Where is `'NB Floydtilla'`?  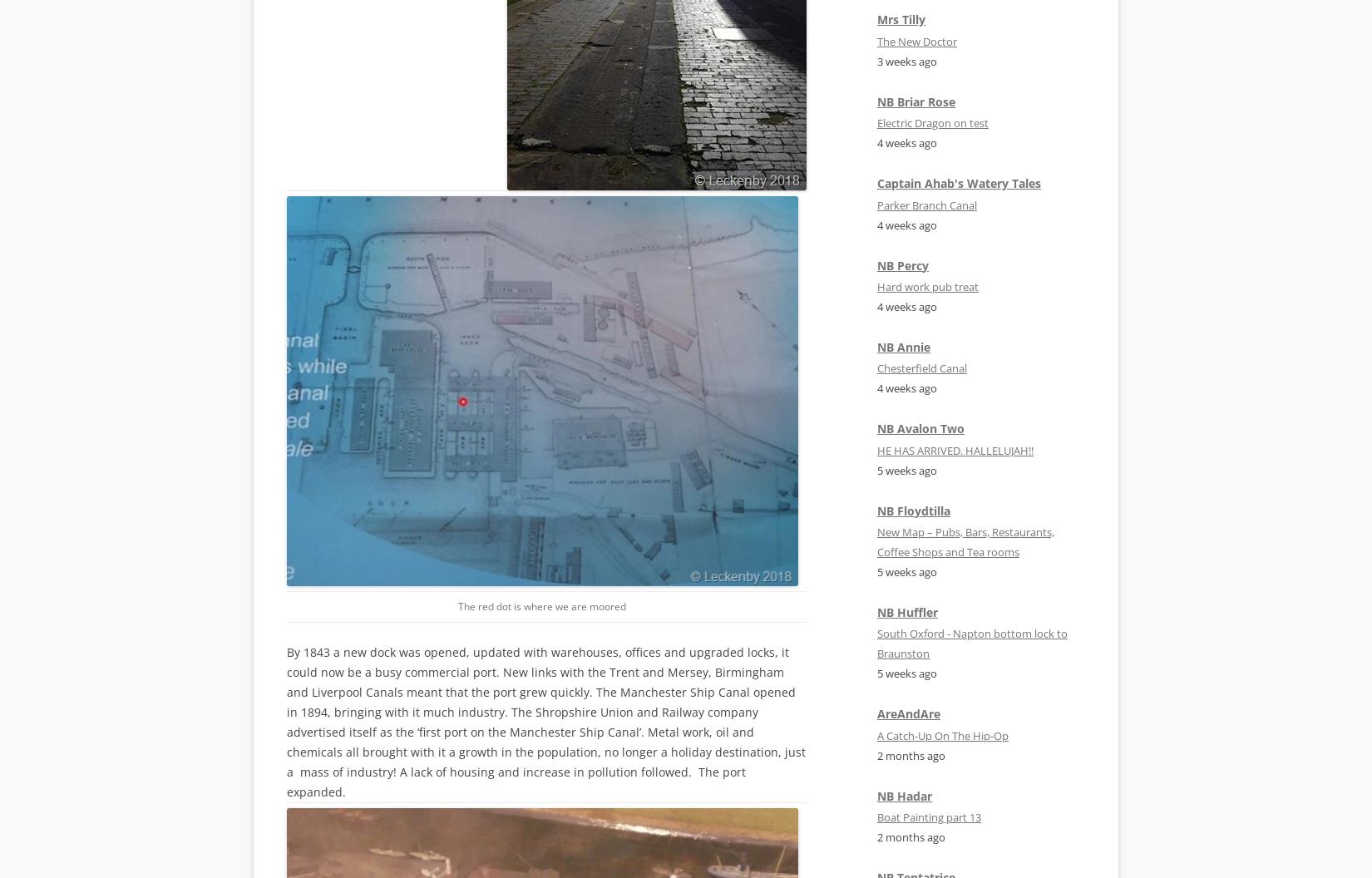
'NB Floydtilla' is located at coordinates (914, 509).